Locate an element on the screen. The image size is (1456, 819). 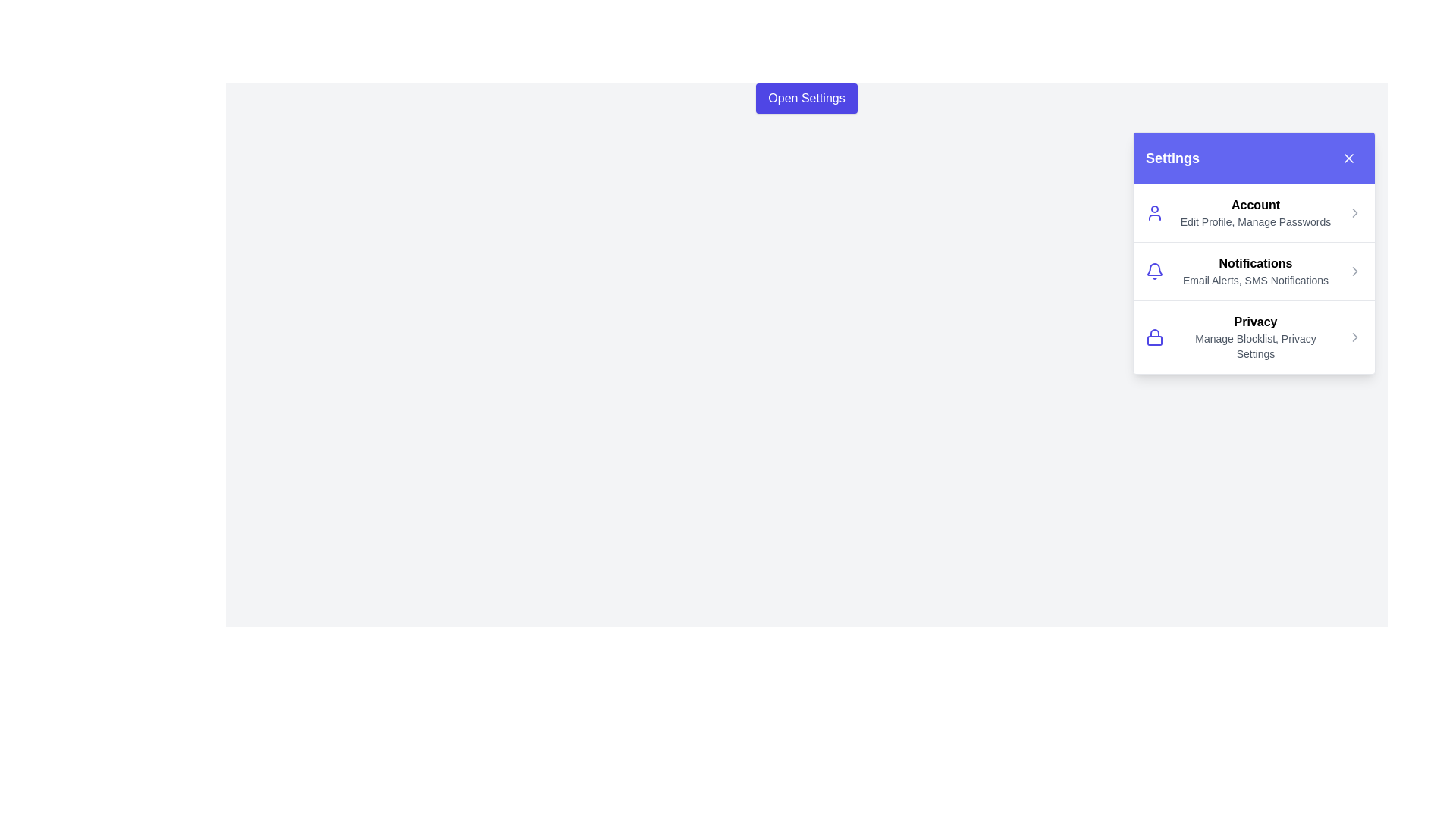
the 'Privacy' icon in the settings panel is located at coordinates (1354, 336).